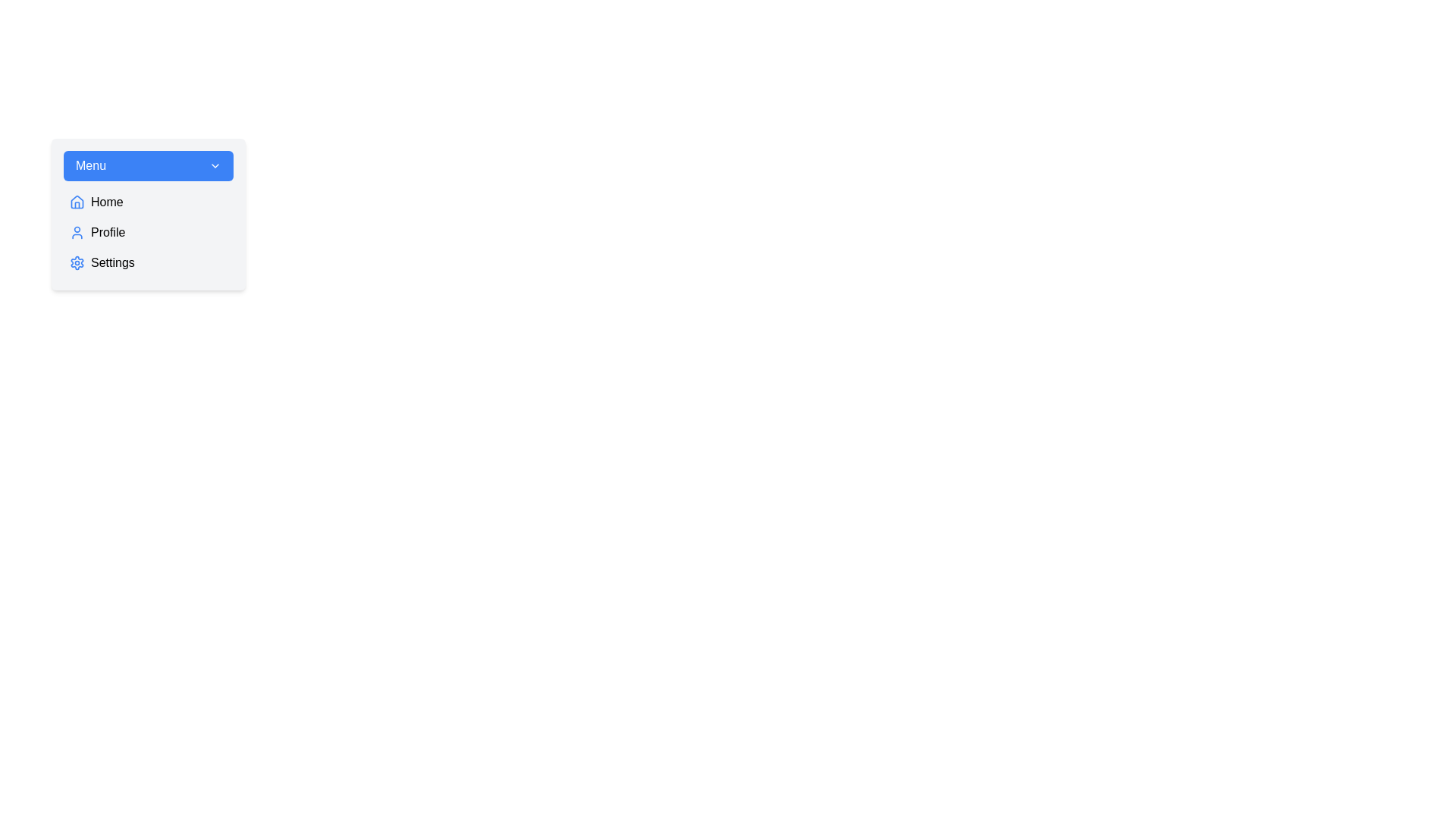  What do you see at coordinates (149, 233) in the screenshot?
I see `the 'Profile' option in the menu` at bounding box center [149, 233].